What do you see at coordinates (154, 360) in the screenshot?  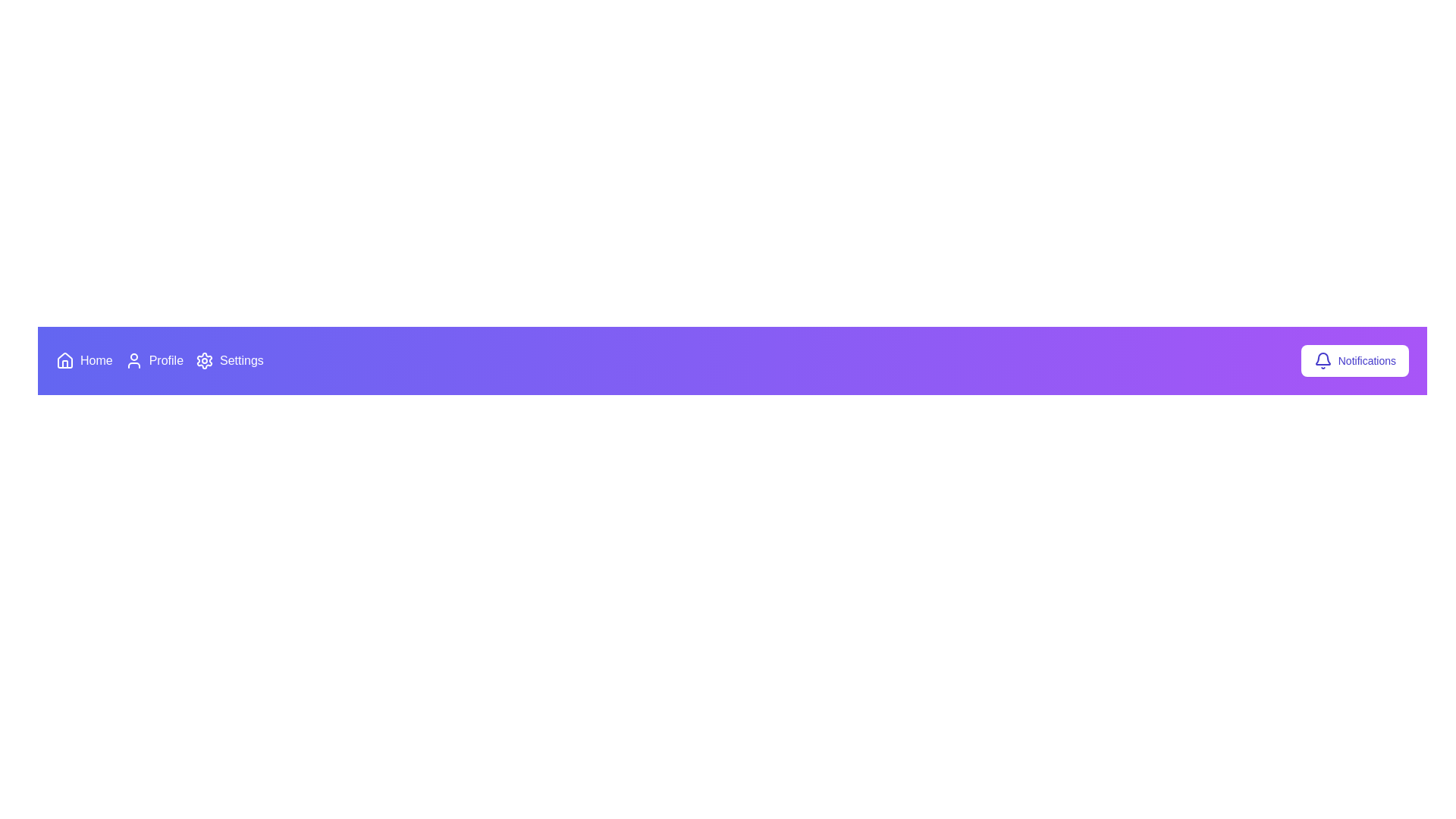 I see `the 'Profile' button, which features a user silhouette icon and is located in the navigation bar between 'Home' and 'Settings'` at bounding box center [154, 360].